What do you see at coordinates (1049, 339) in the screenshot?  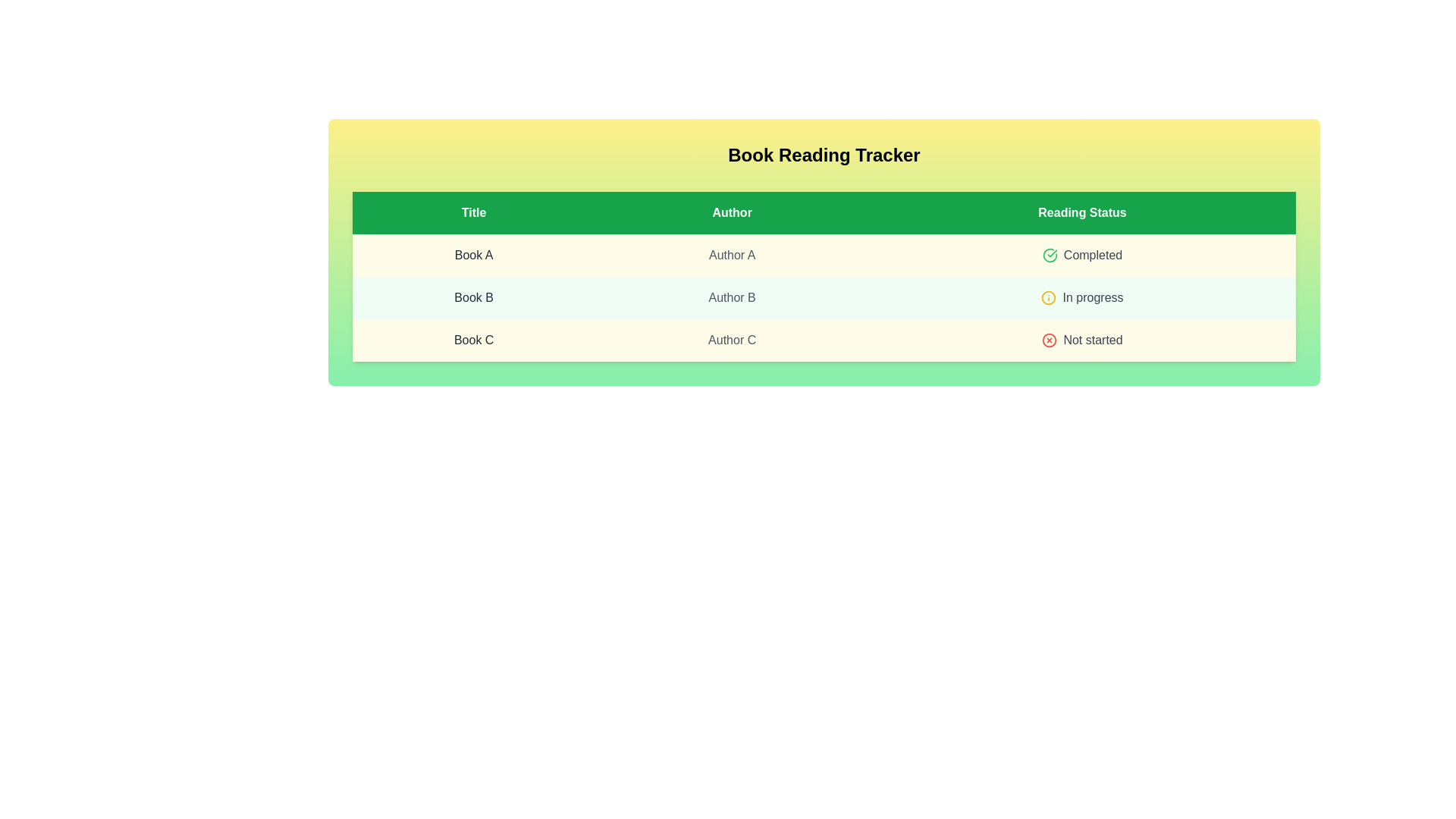 I see `the status icon for the book with the status Not started` at bounding box center [1049, 339].